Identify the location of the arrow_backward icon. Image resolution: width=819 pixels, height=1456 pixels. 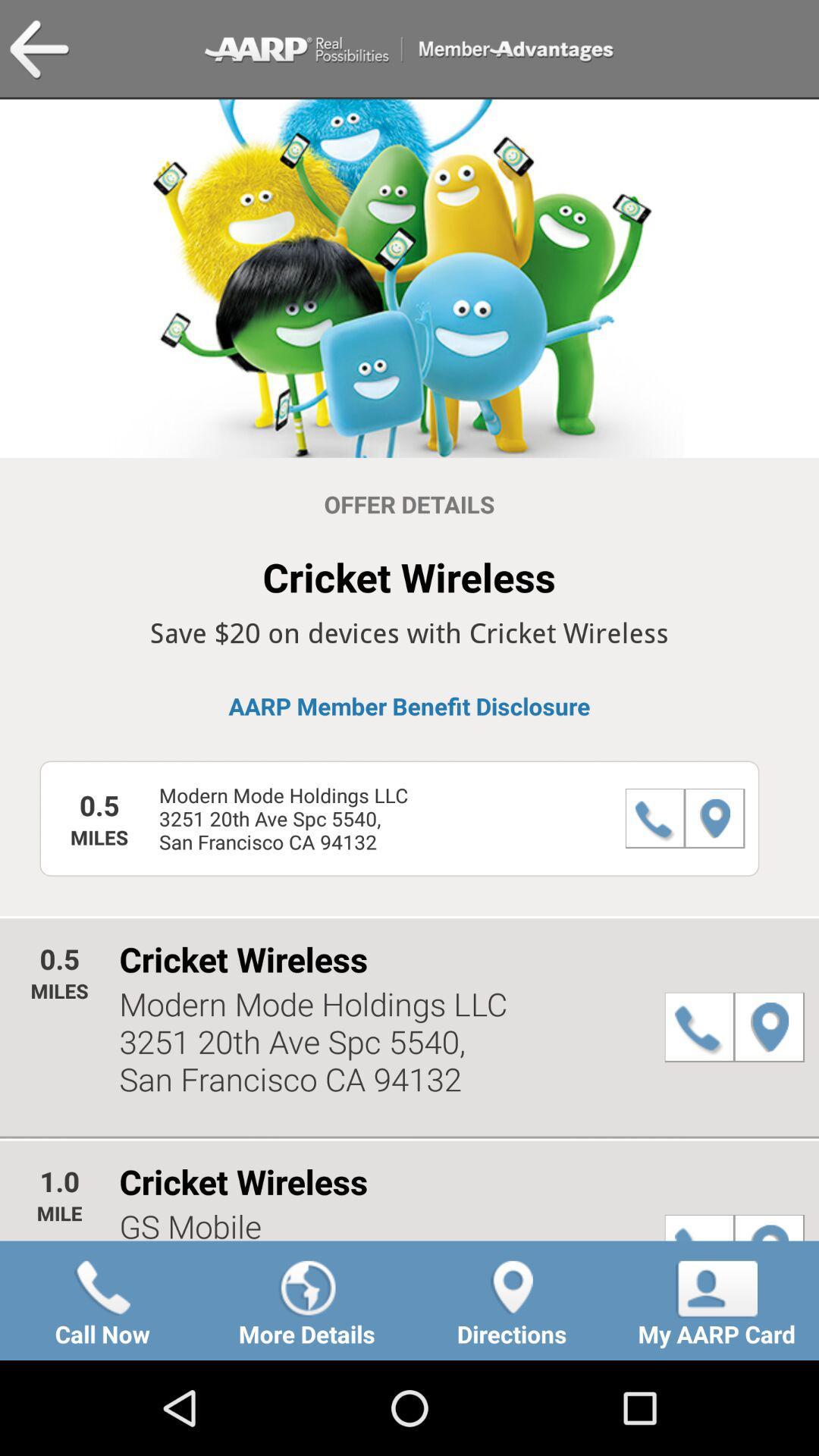
(39, 53).